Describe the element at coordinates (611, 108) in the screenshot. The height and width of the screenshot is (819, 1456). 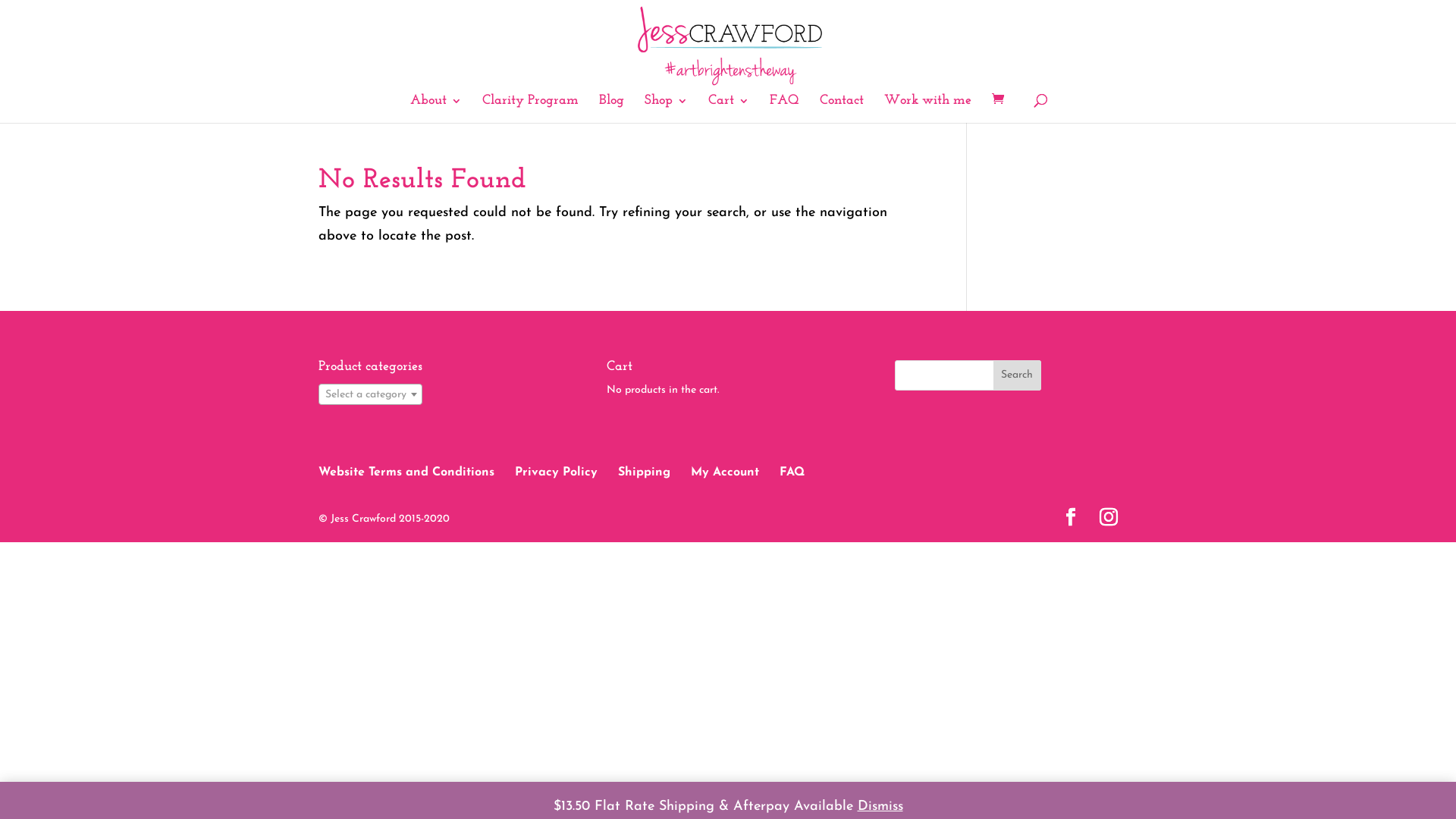
I see `'Blog'` at that location.